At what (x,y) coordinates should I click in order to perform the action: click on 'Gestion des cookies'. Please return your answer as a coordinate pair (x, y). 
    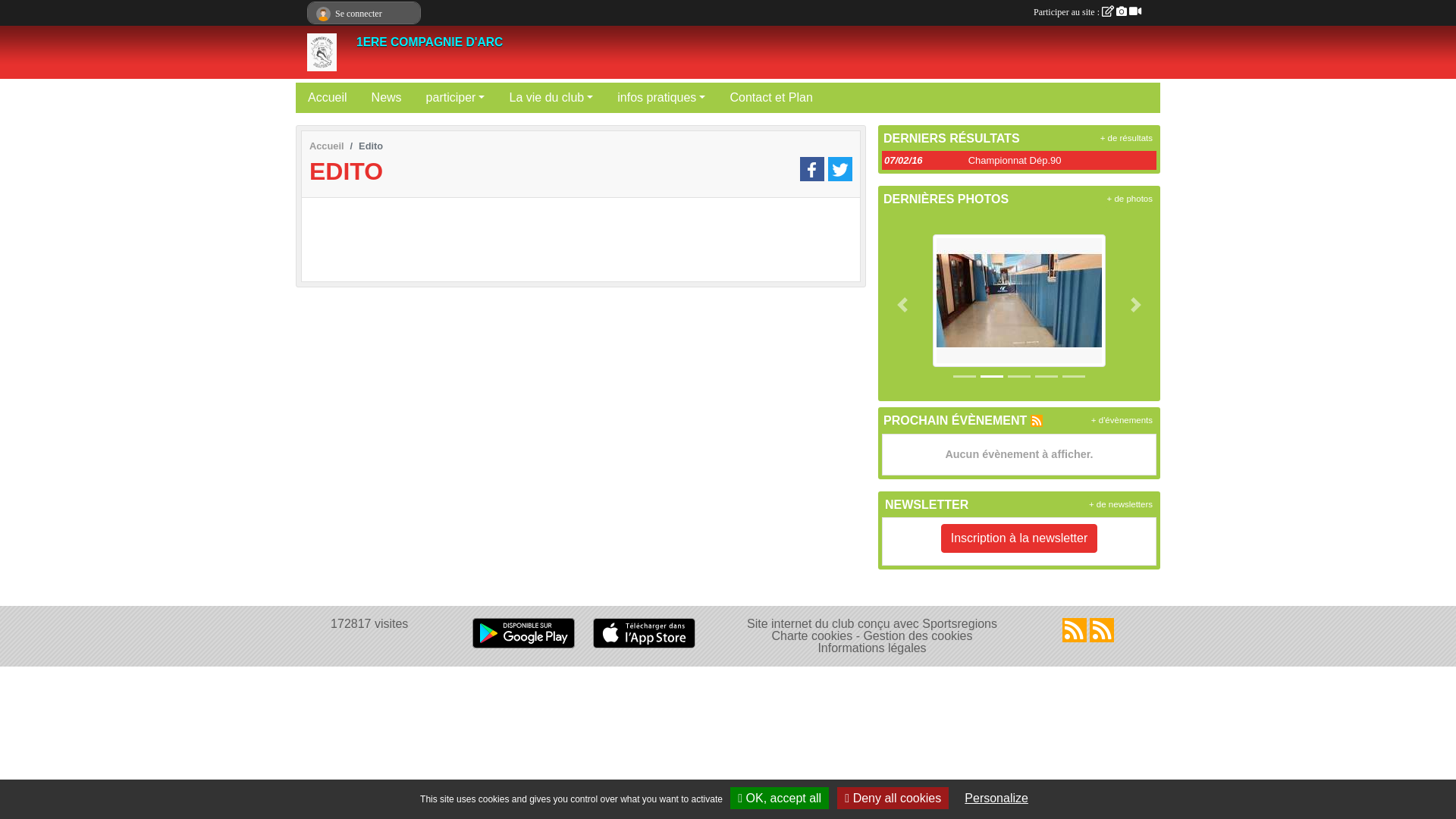
    Looking at the image, I should click on (916, 635).